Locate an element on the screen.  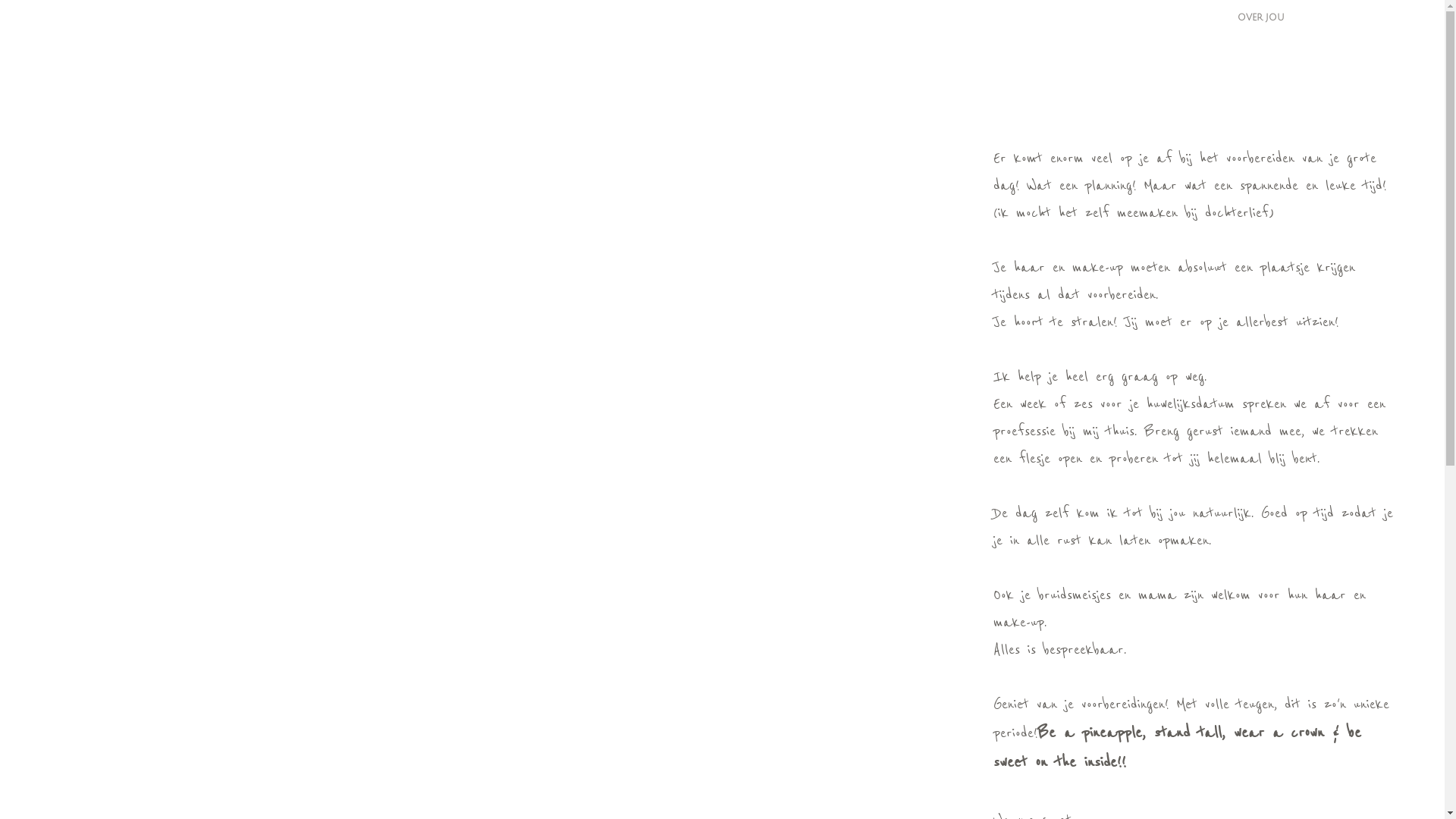
'HOME' is located at coordinates (1009, 17).